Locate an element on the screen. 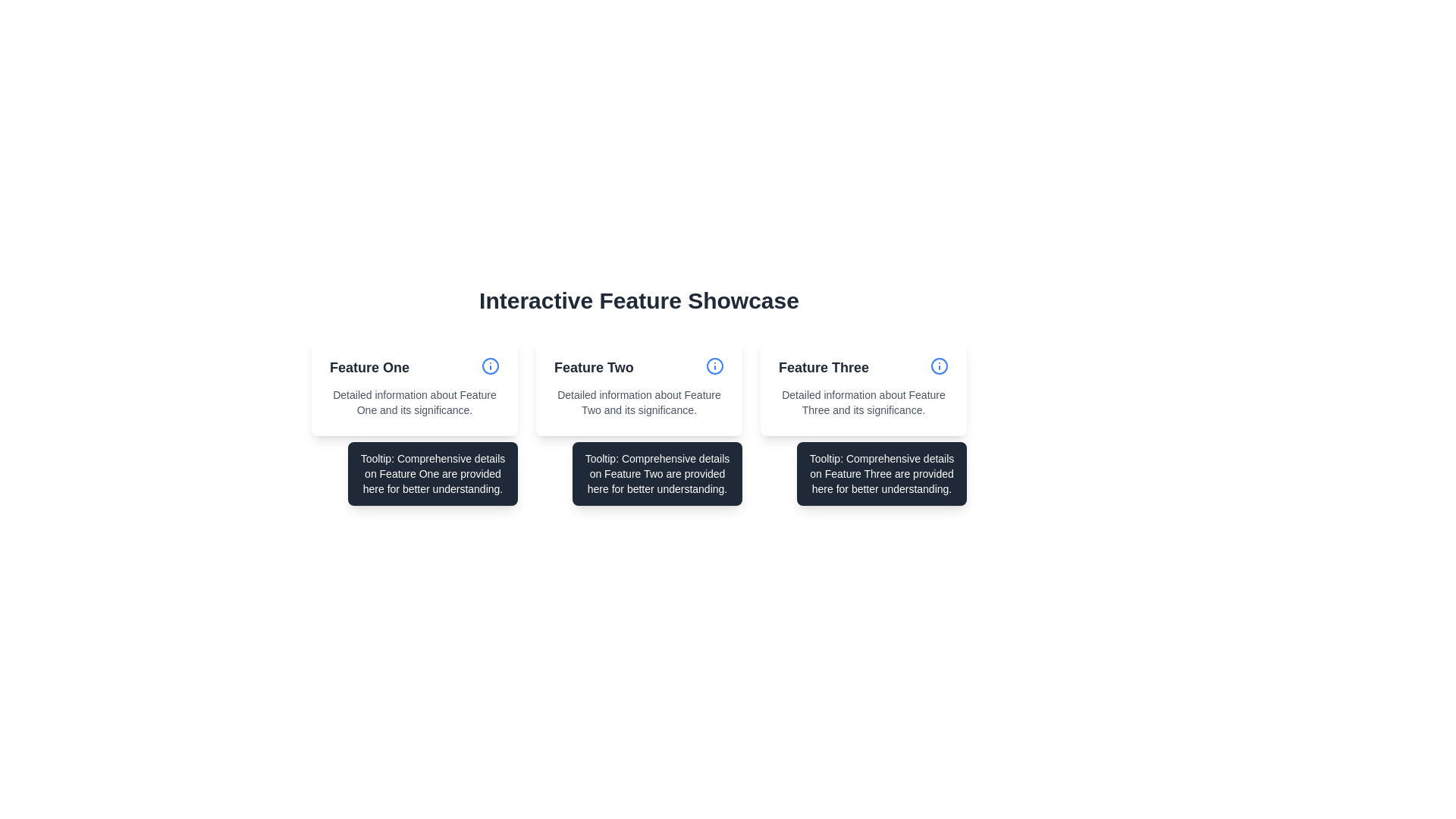 The image size is (1456, 819). the card component labeled 'Feature Two', which is the second card in a grid of three, featuring a white background, rounded corners, and an information icon aligned to the right of the headline is located at coordinates (639, 386).